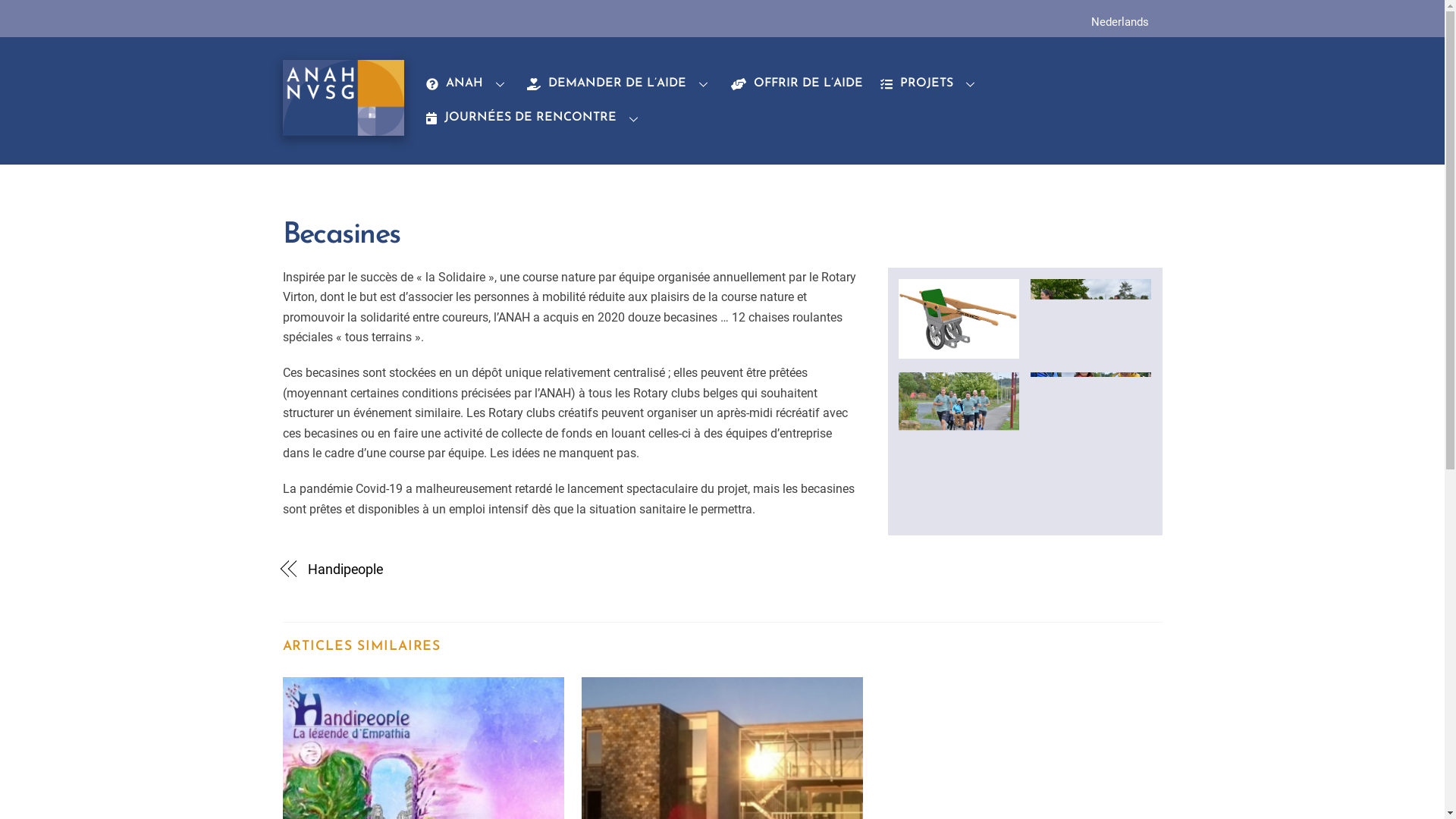 The image size is (1456, 819). Describe the element at coordinates (342, 97) in the screenshot. I see `'ANAH-NVSG-logo-400'` at that location.